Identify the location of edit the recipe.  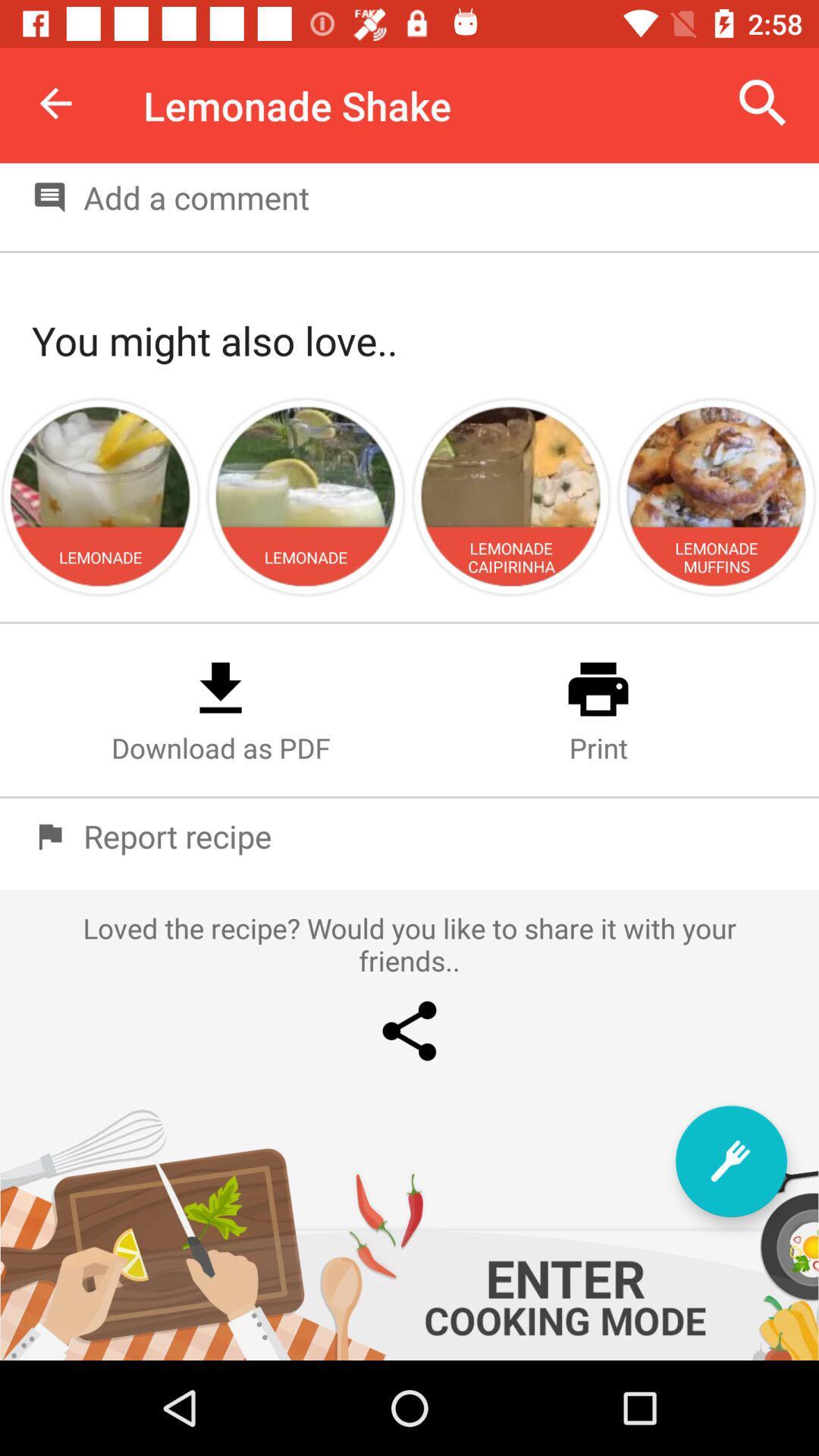
(730, 1160).